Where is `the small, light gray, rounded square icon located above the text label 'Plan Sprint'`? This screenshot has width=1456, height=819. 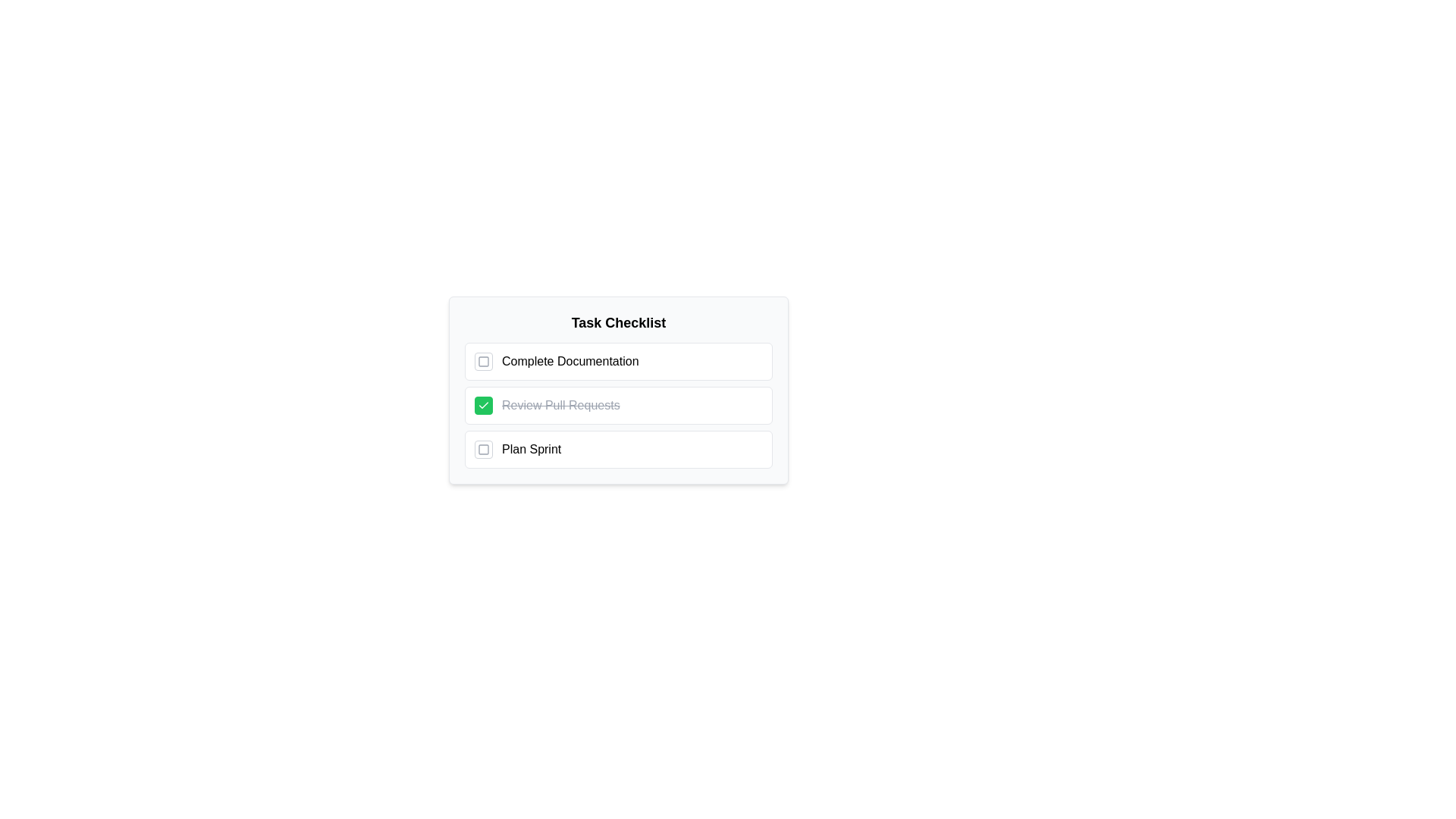
the small, light gray, rounded square icon located above the text label 'Plan Sprint' is located at coordinates (483, 449).